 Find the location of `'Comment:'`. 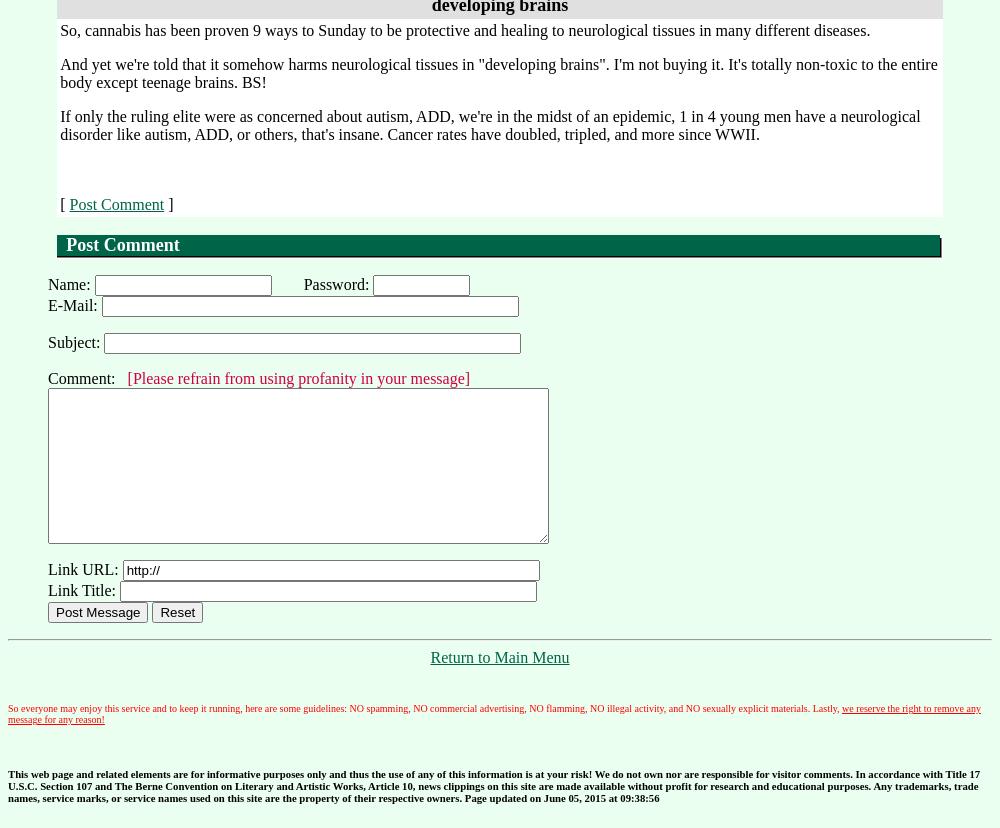

'Comment:' is located at coordinates (86, 378).